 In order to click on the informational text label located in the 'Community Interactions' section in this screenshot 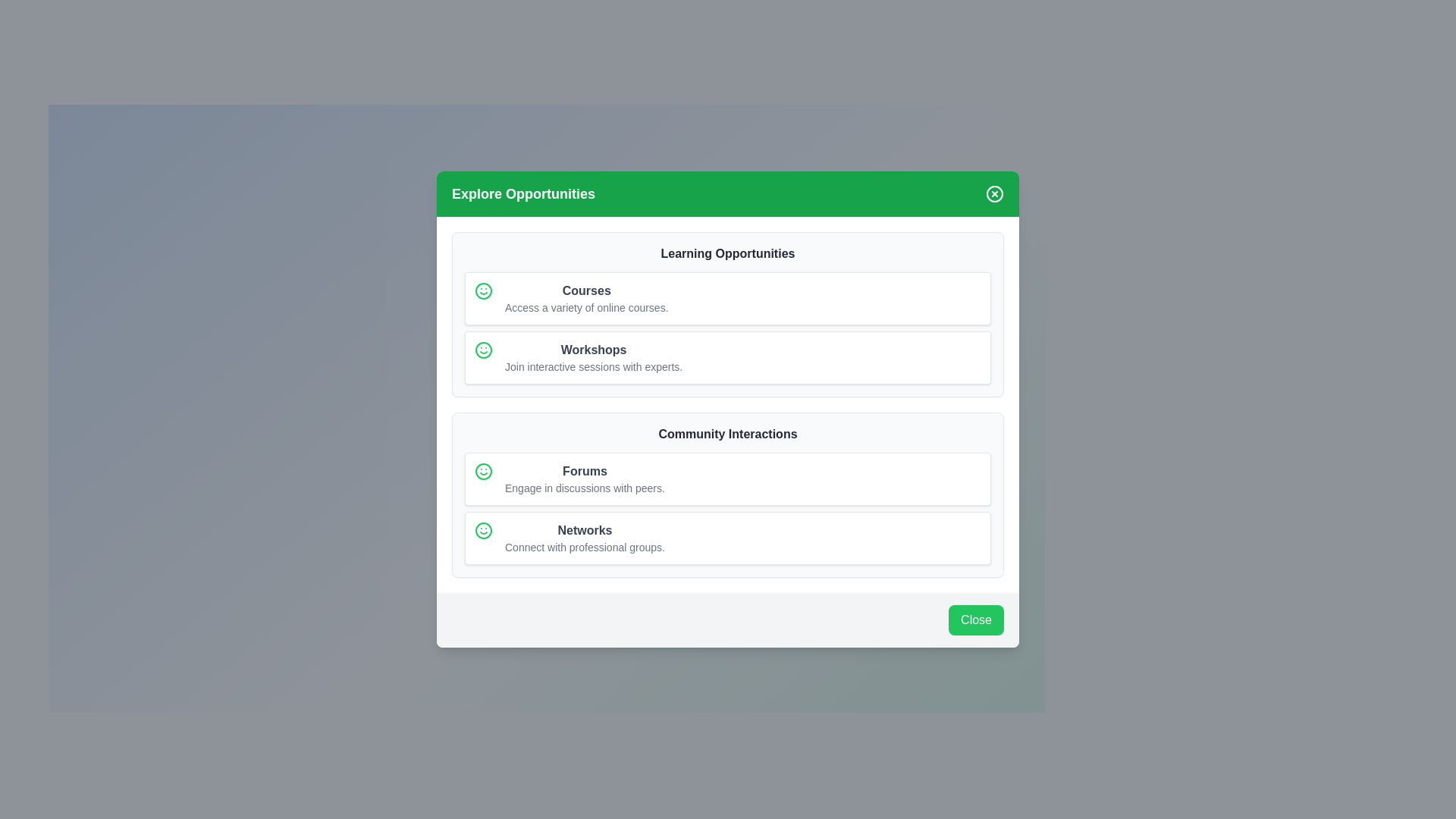, I will do `click(584, 537)`.